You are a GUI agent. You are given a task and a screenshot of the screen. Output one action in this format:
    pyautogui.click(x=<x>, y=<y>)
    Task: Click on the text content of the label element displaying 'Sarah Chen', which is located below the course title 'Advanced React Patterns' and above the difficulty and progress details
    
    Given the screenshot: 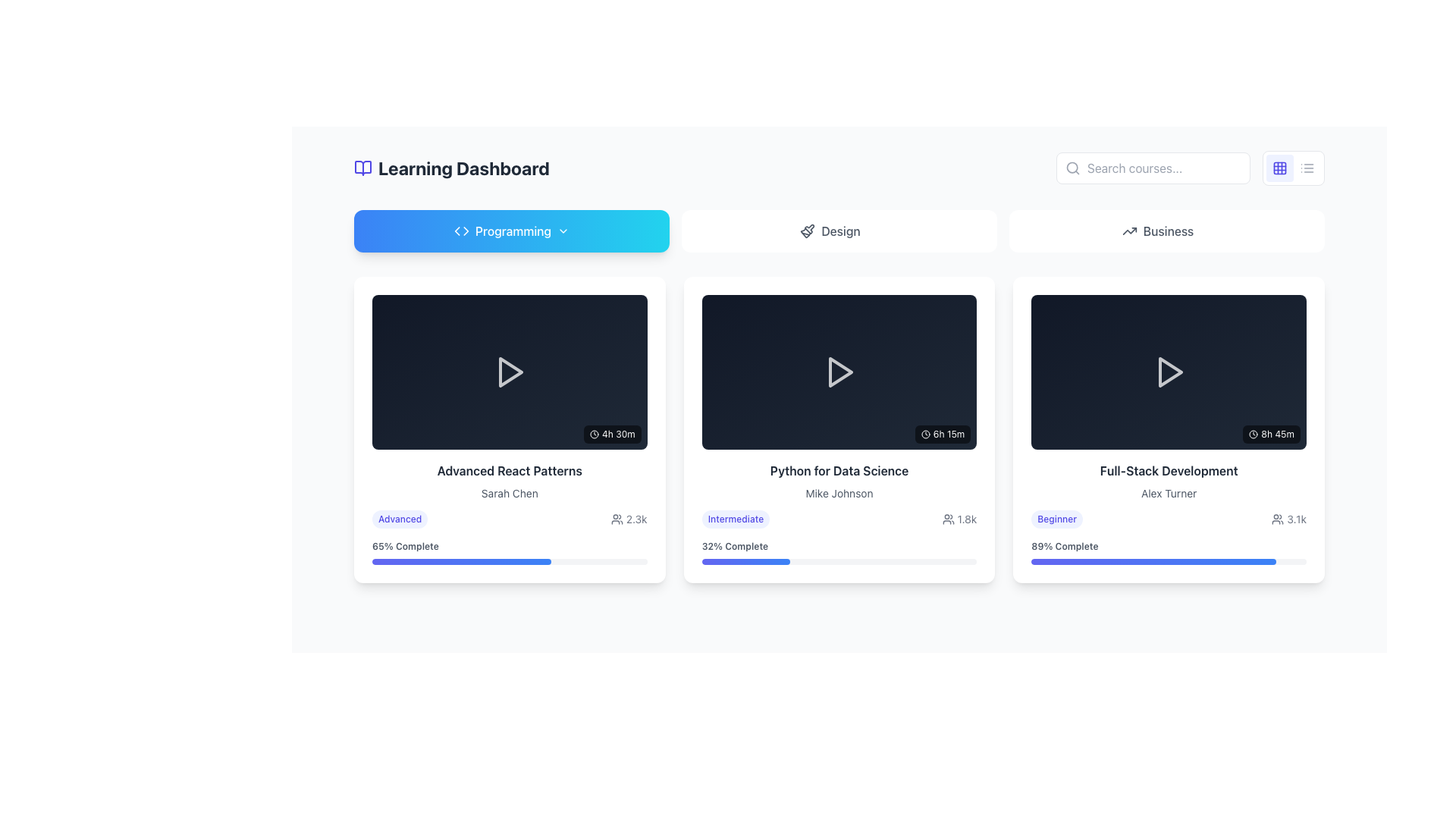 What is the action you would take?
    pyautogui.click(x=510, y=494)
    